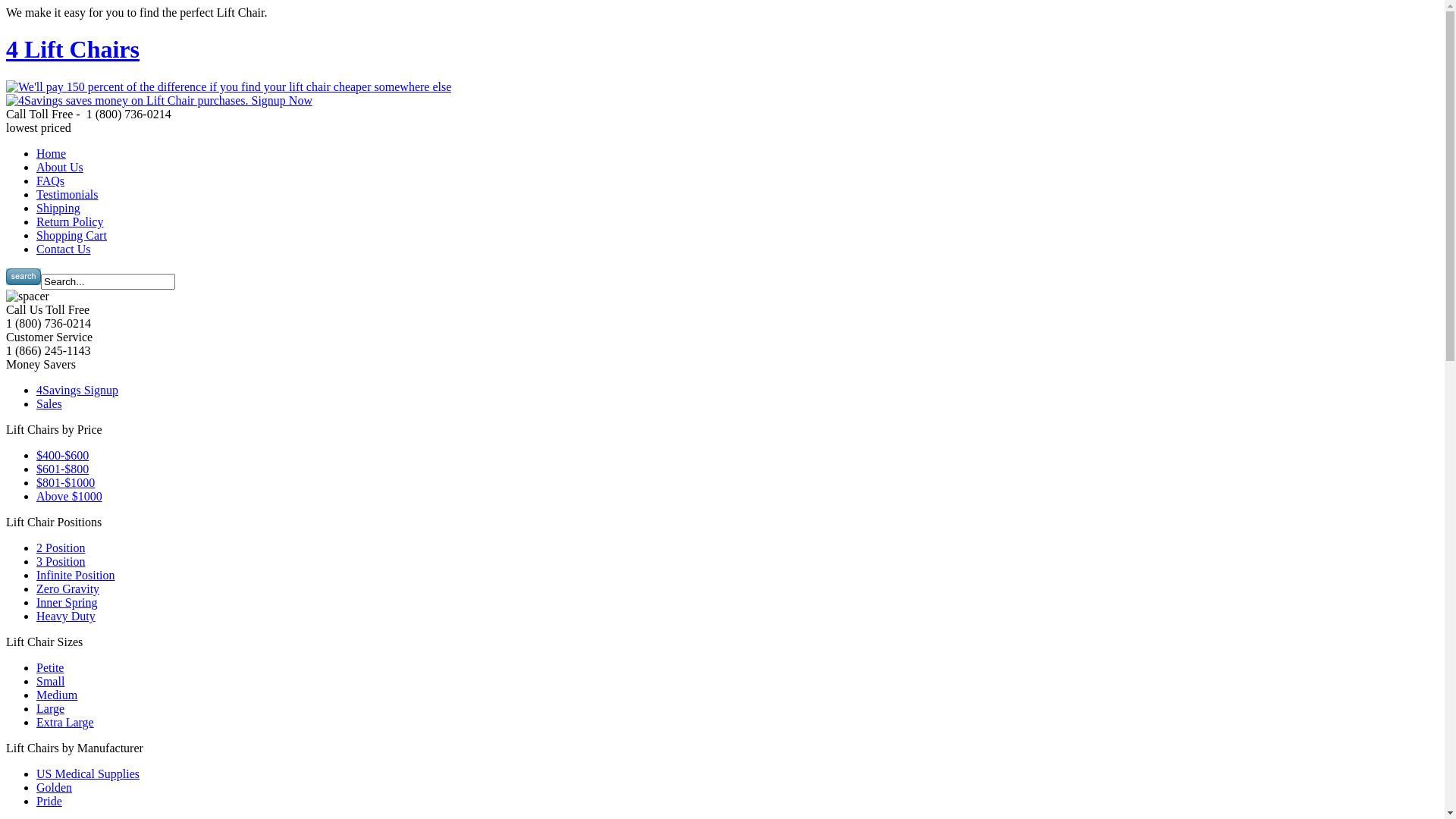  What do you see at coordinates (51, 153) in the screenshot?
I see `'Home'` at bounding box center [51, 153].